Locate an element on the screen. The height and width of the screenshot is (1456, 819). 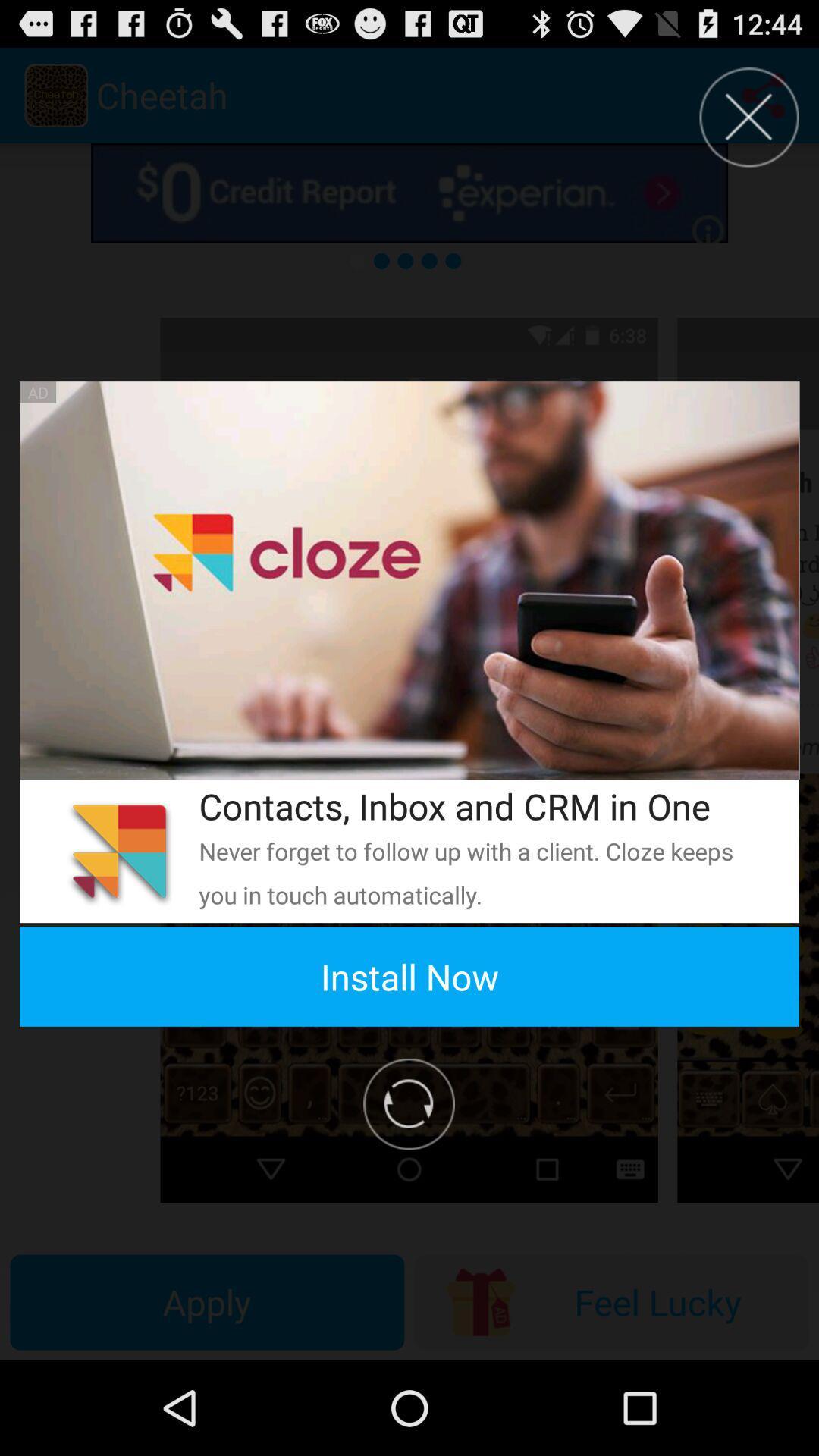
app to the left of the contacts inbox and item is located at coordinates (118, 851).